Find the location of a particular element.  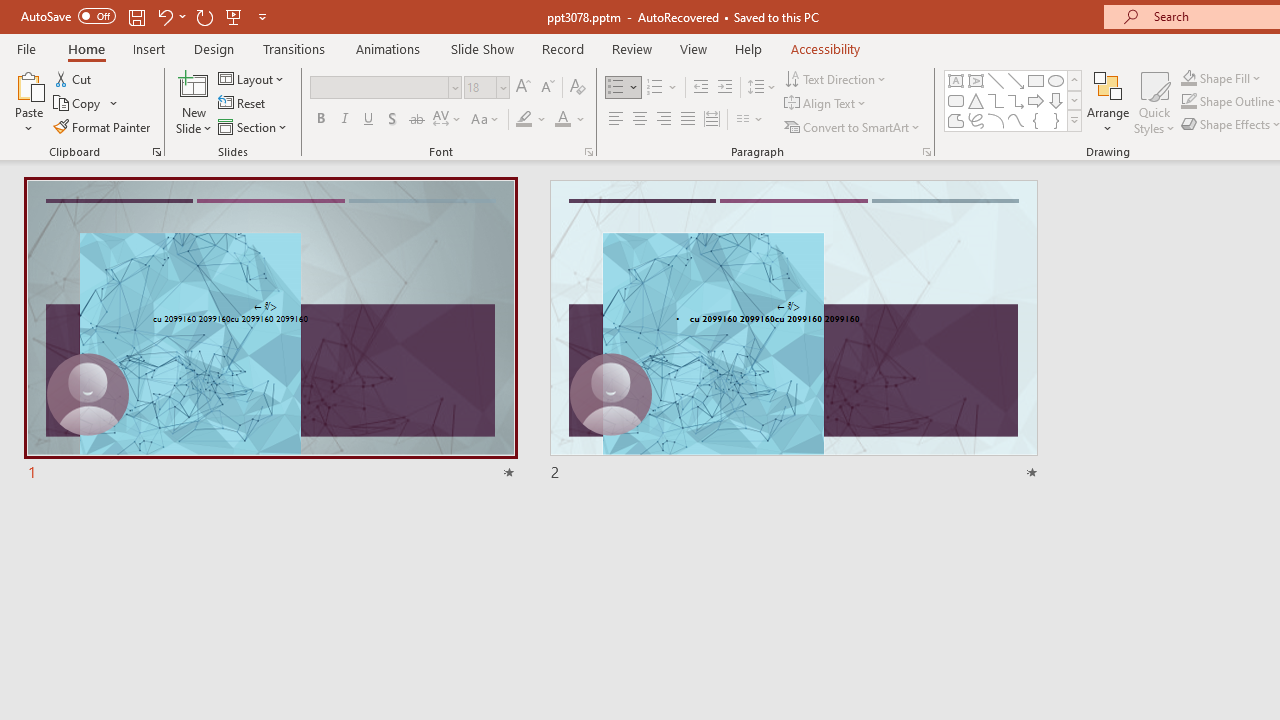

'Oval' is located at coordinates (1055, 80).